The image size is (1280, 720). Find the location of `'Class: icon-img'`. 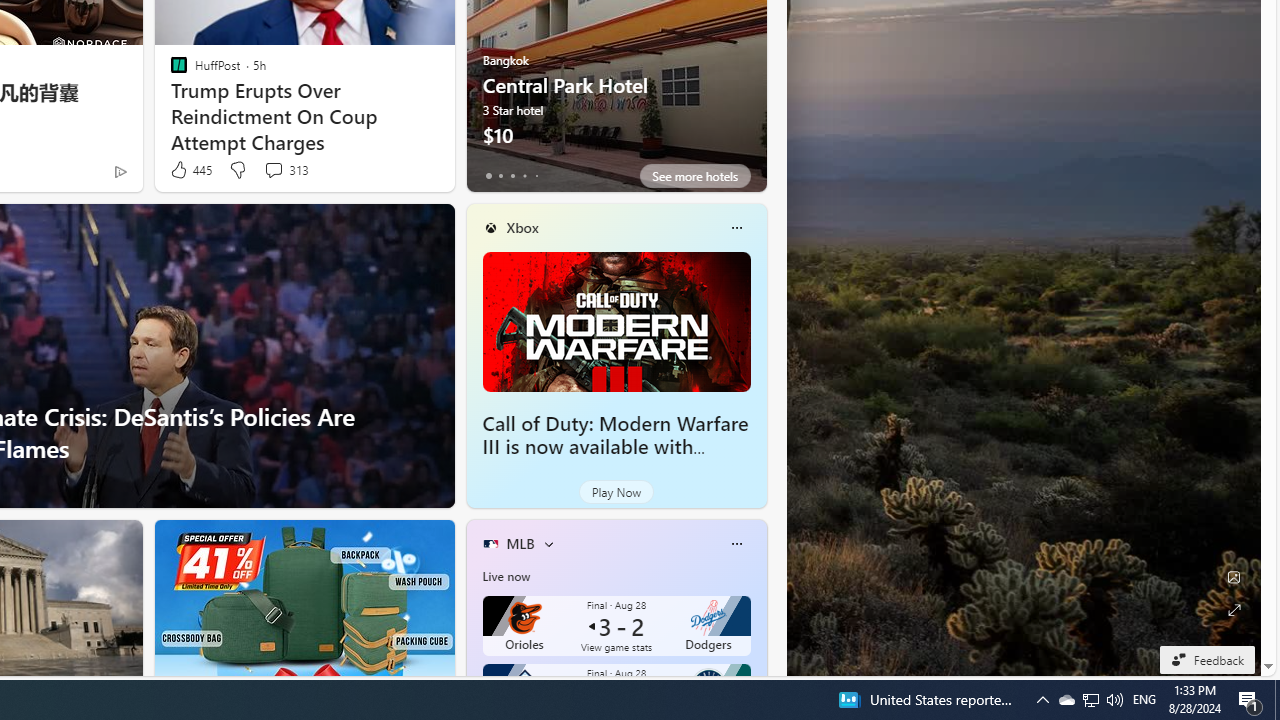

'Class: icon-img' is located at coordinates (735, 543).